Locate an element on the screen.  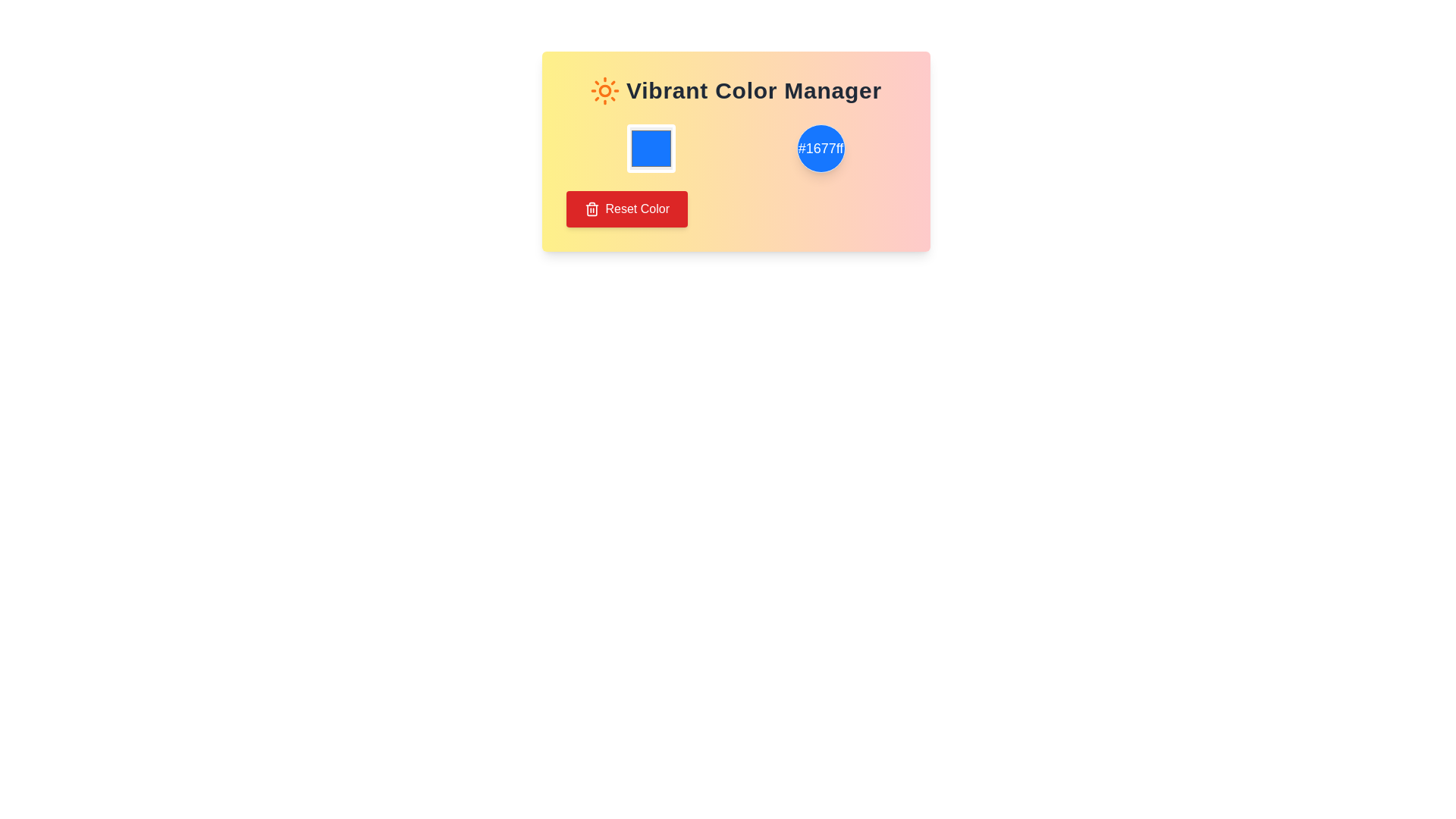
the core of the sun icon within the 'Vibrant Color Manager' card, which visually represents brightness or color selection is located at coordinates (604, 90).